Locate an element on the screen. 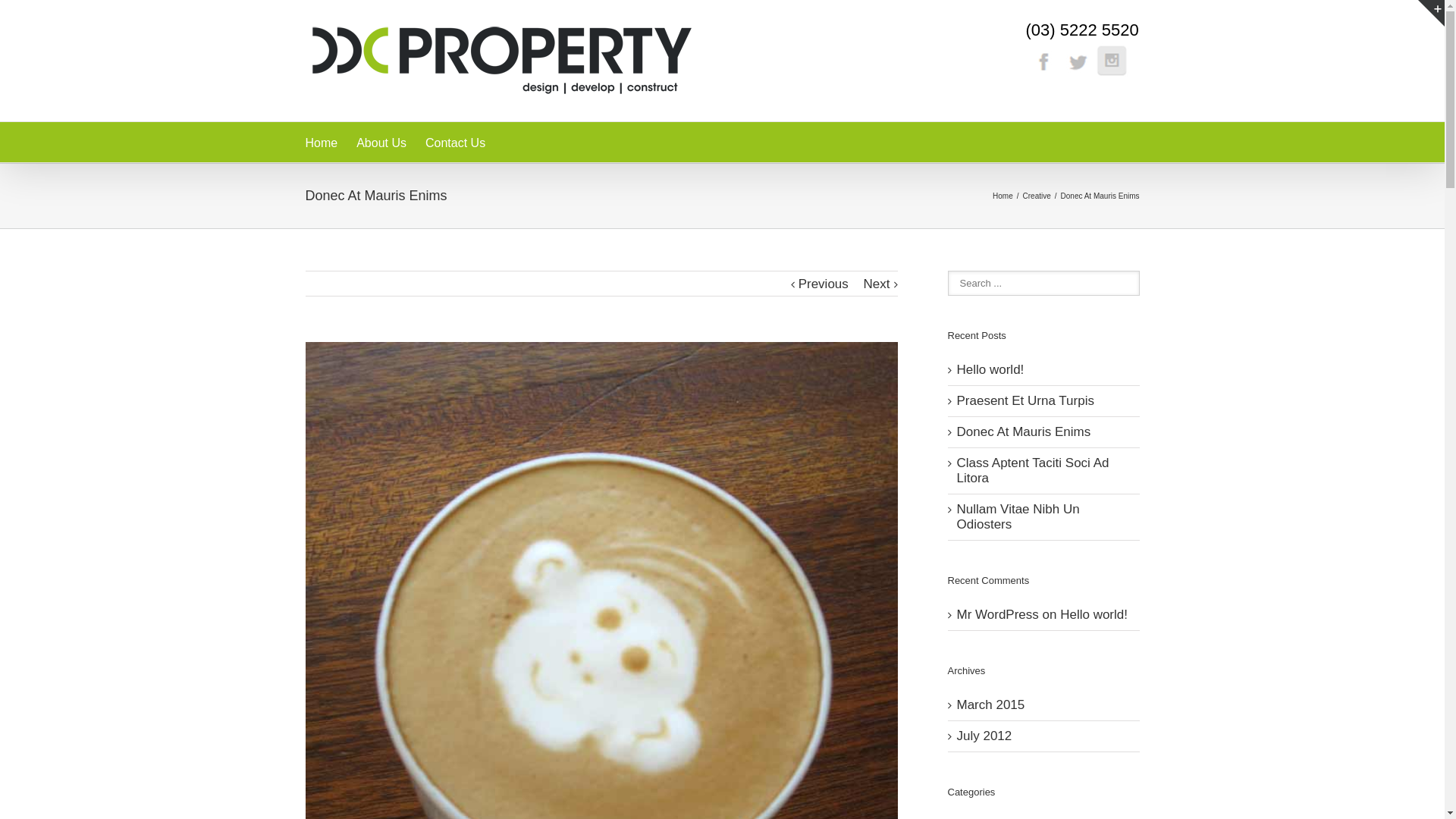 This screenshot has height=819, width=1456. 'Mr WordPress' is located at coordinates (997, 614).